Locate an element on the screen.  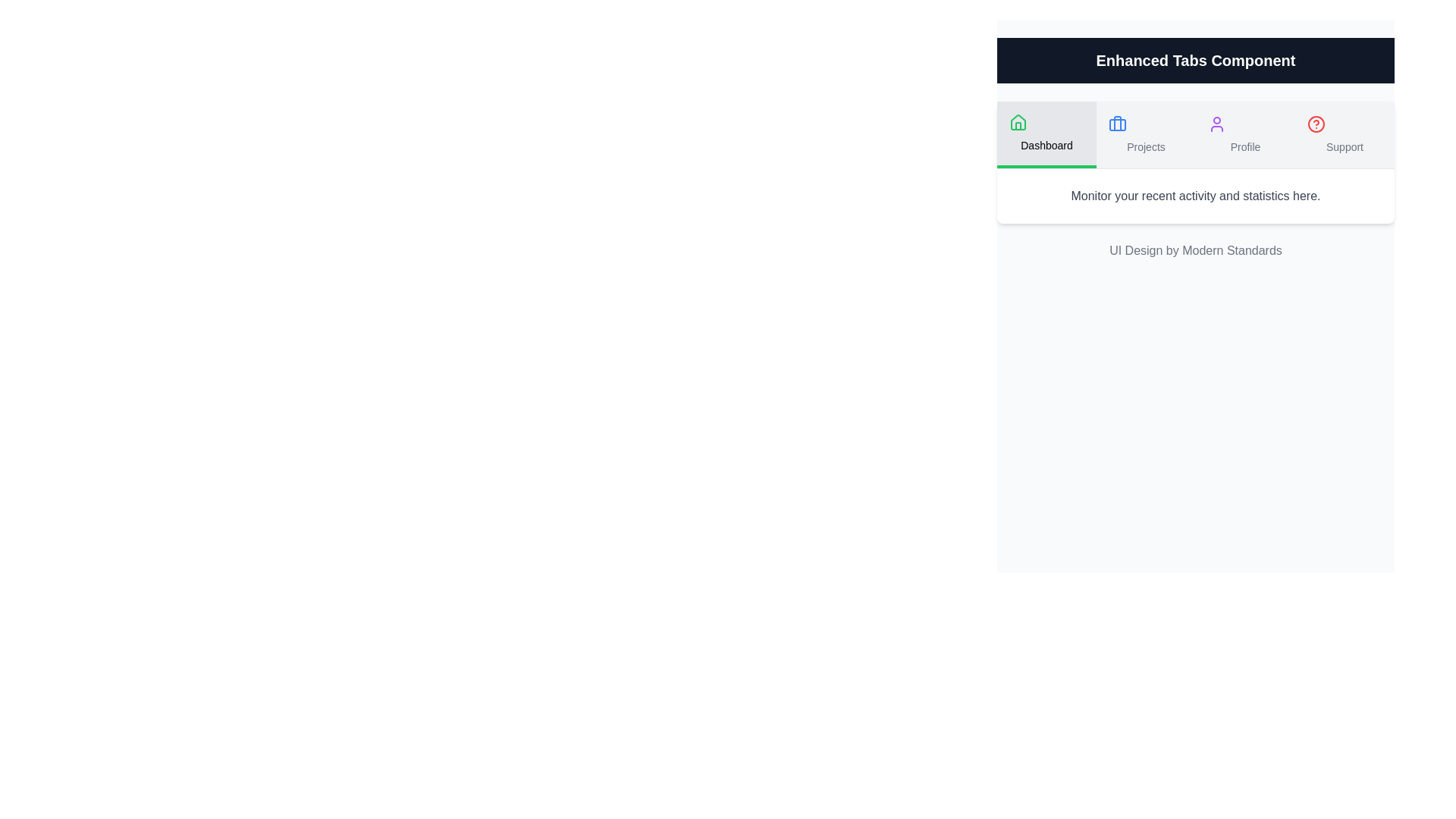
the Interactive navigation tab that allows access to the Profile section, located to the right of the 'Projects' tab is located at coordinates (1245, 133).